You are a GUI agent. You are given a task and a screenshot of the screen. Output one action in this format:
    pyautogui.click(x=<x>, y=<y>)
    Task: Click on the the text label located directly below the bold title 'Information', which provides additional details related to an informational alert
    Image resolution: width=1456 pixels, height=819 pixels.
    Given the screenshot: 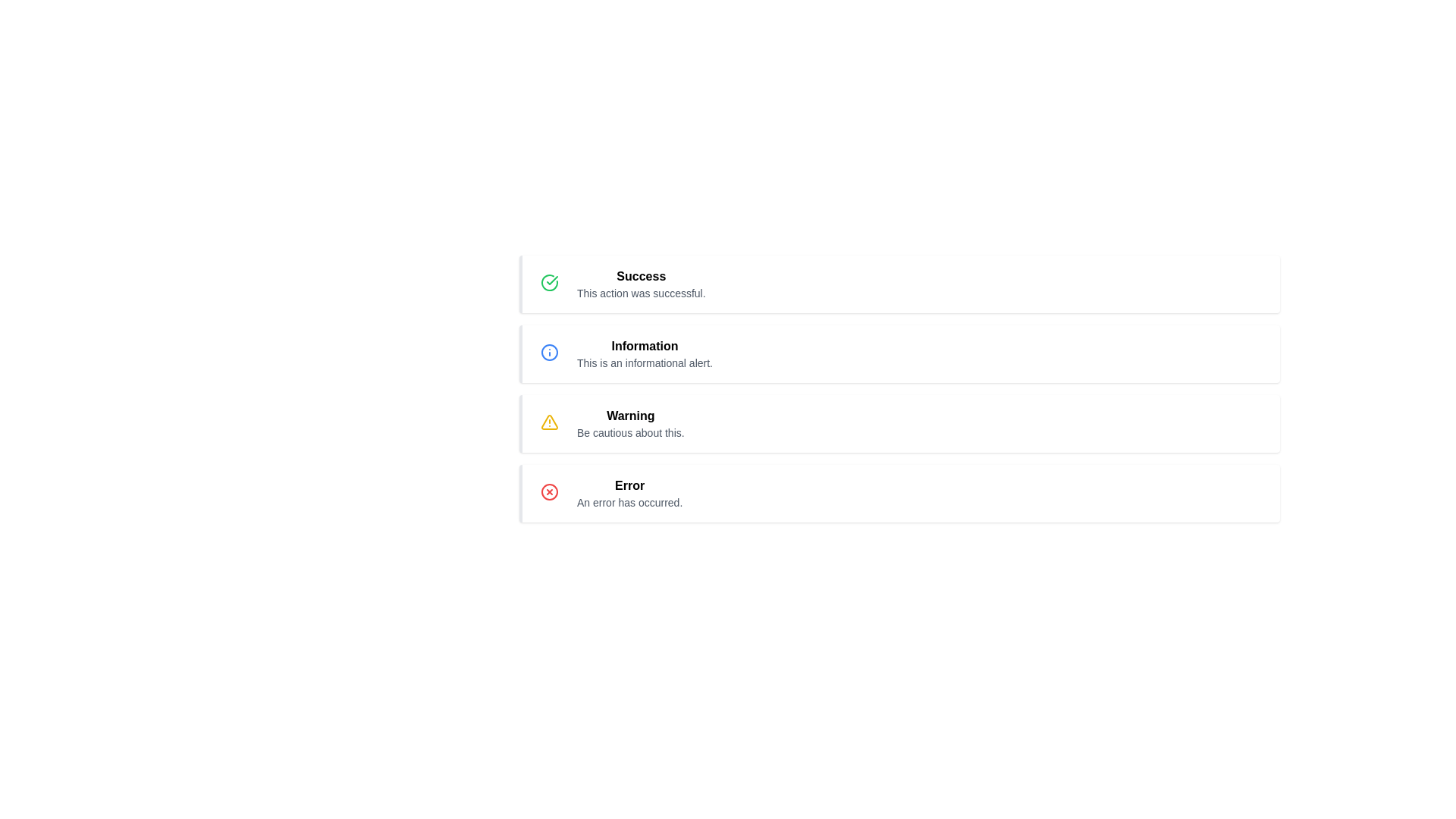 What is the action you would take?
    pyautogui.click(x=645, y=362)
    